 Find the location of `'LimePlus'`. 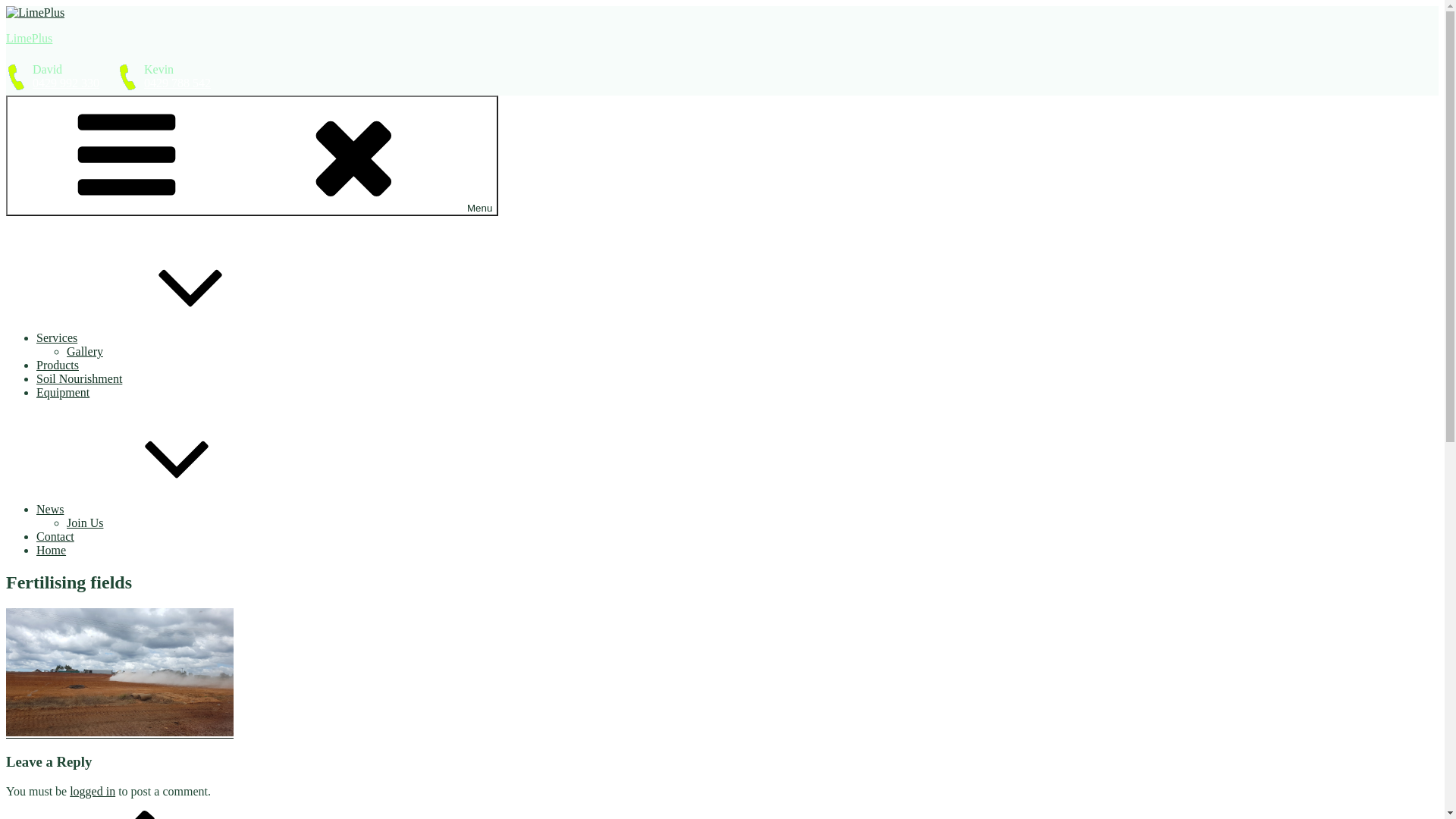

'LimePlus' is located at coordinates (6, 37).